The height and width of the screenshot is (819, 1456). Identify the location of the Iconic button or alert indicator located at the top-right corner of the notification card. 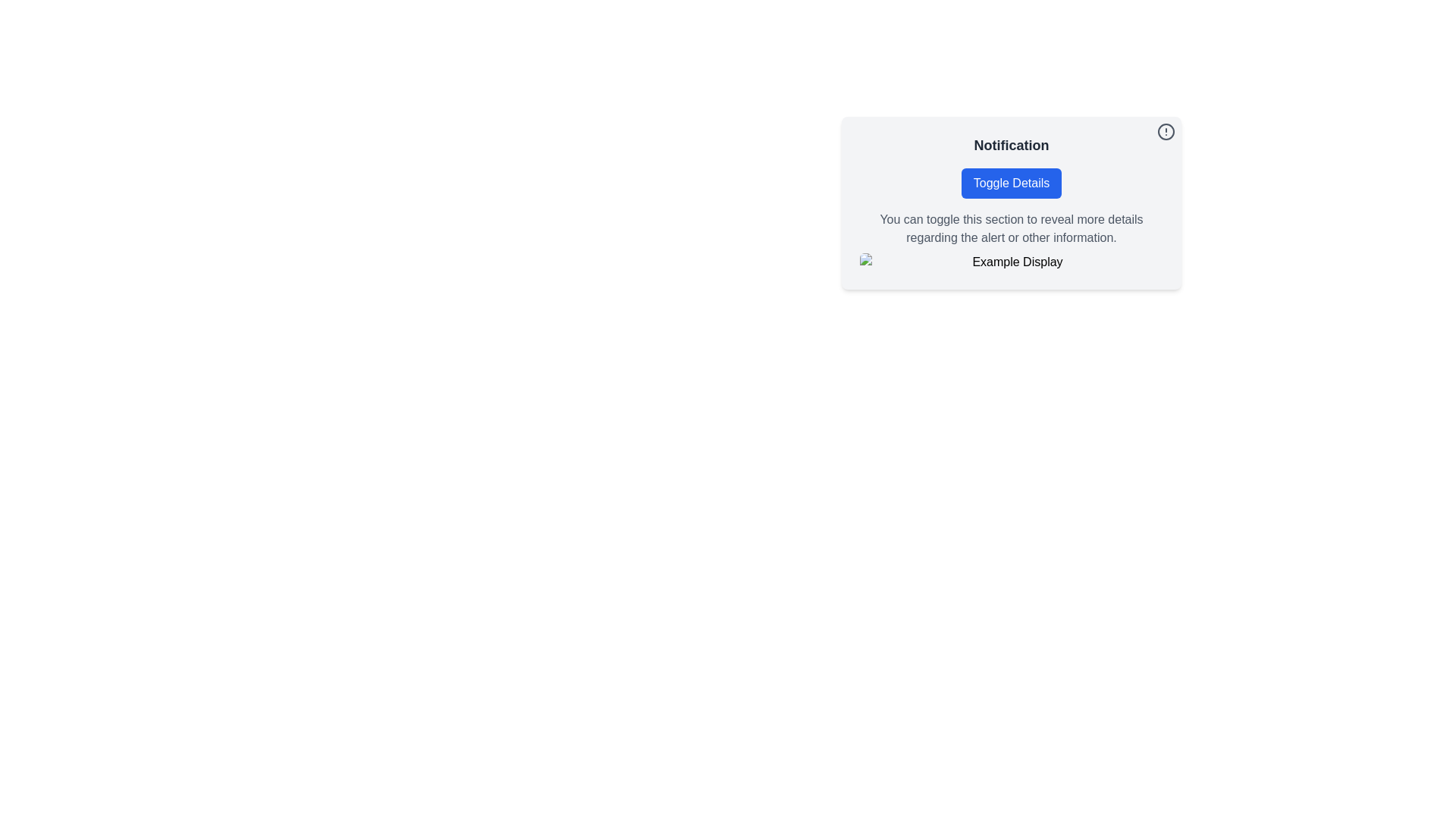
(1165, 130).